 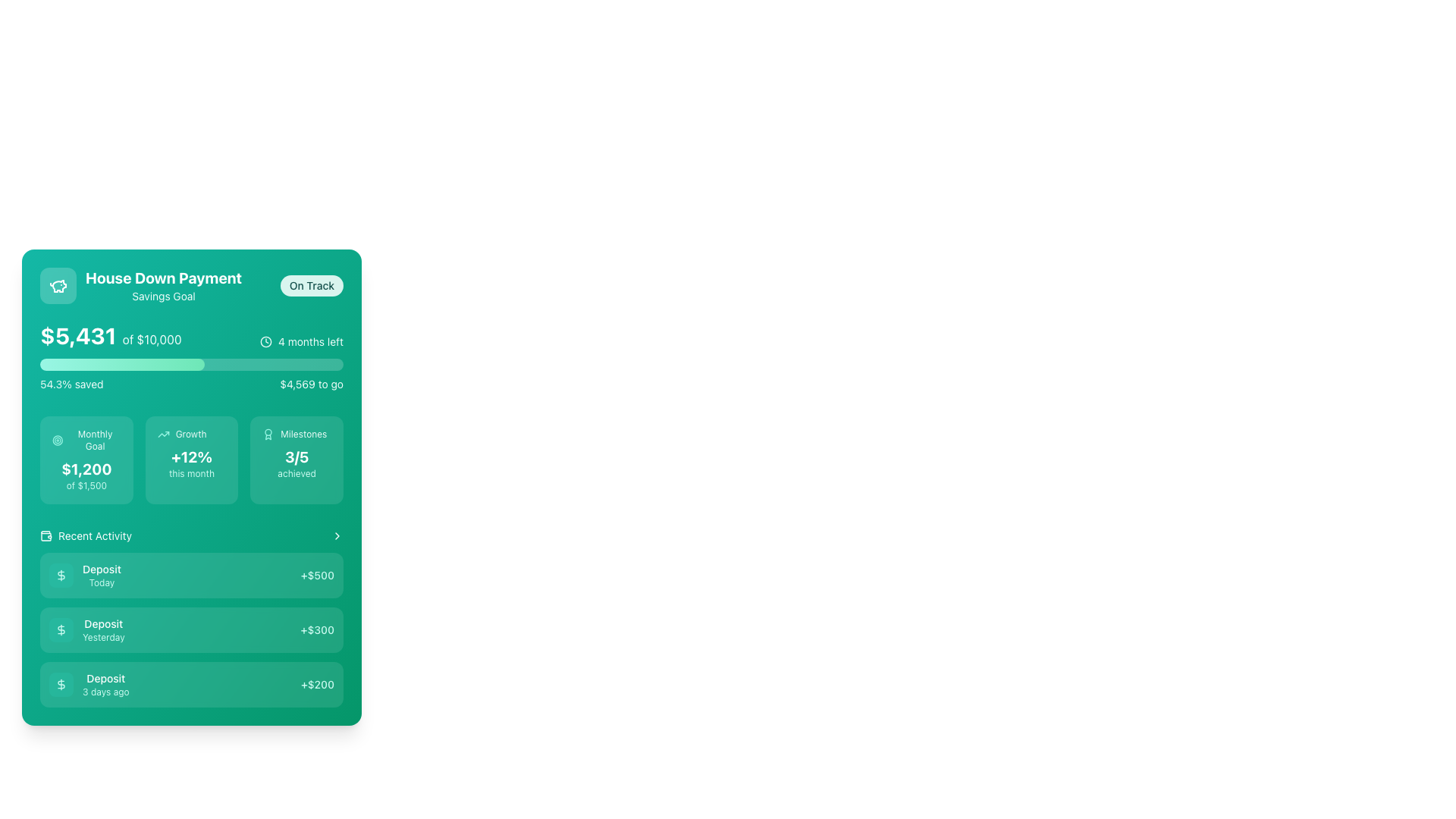 What do you see at coordinates (71, 383) in the screenshot?
I see `the Text Label indicating the progress towards the monetary goal, located below the progress bar and aligned to the left side of the '$4,569 to go' text` at bounding box center [71, 383].